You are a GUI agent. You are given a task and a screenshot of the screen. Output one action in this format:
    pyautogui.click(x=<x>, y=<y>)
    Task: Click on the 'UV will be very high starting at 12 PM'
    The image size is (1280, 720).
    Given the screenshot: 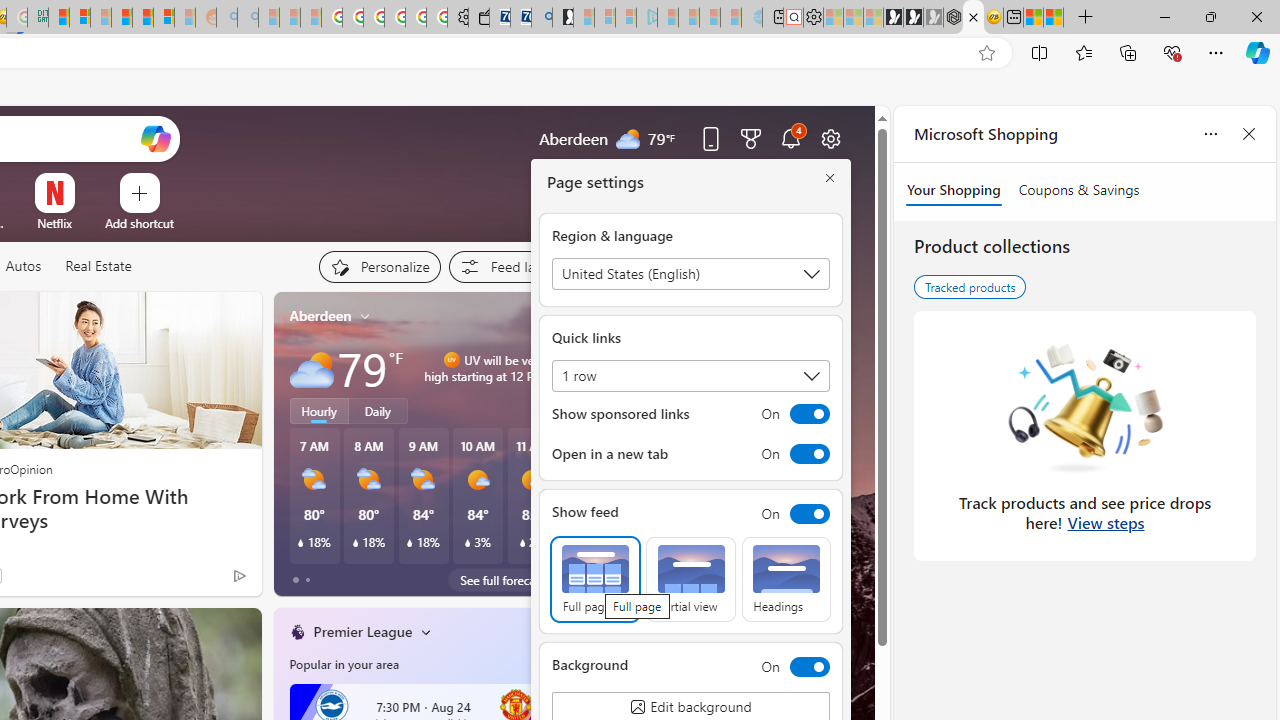 What is the action you would take?
    pyautogui.click(x=551, y=367)
    